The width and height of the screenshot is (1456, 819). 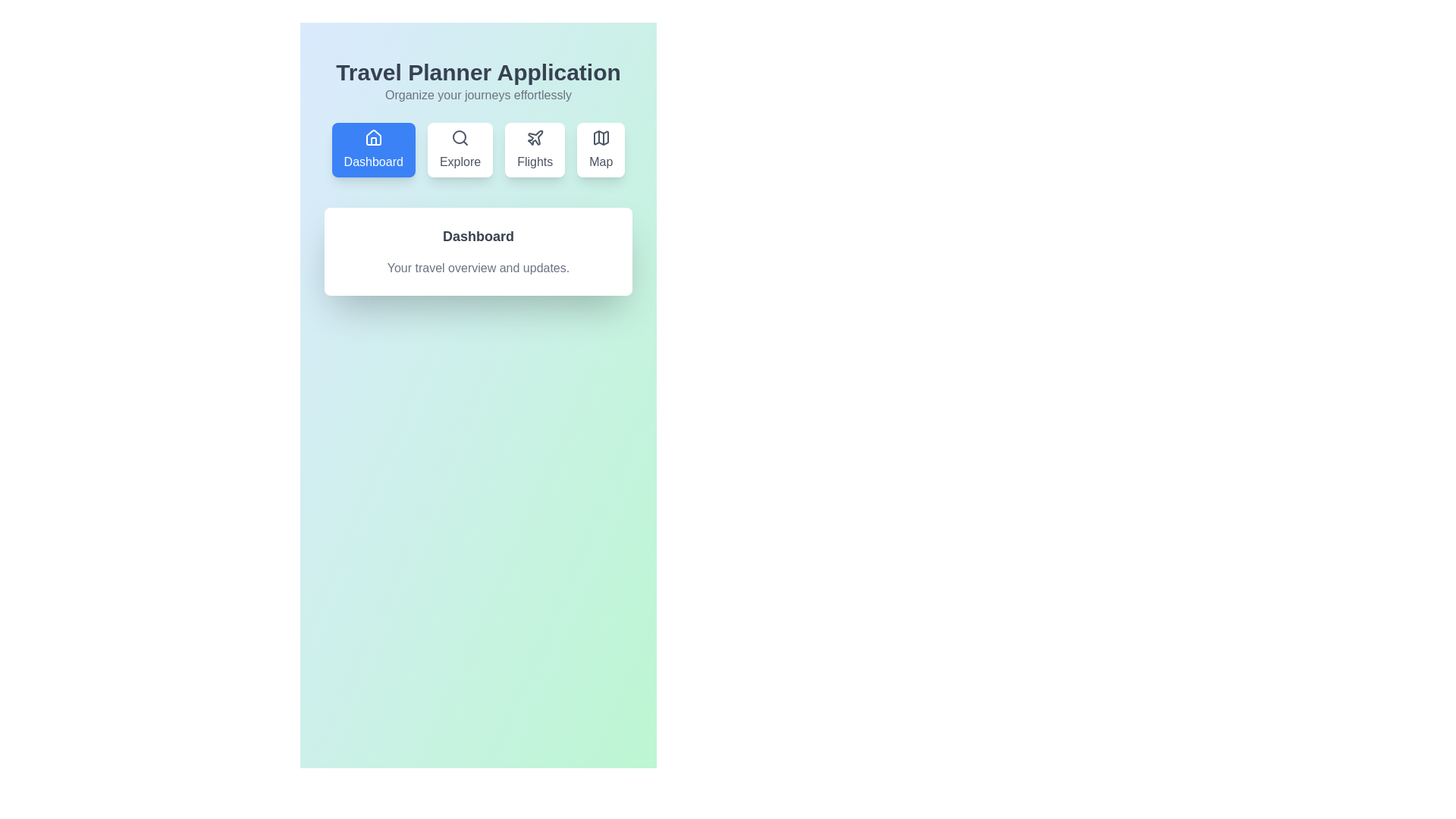 I want to click on the Flights tab to select it, so click(x=535, y=149).